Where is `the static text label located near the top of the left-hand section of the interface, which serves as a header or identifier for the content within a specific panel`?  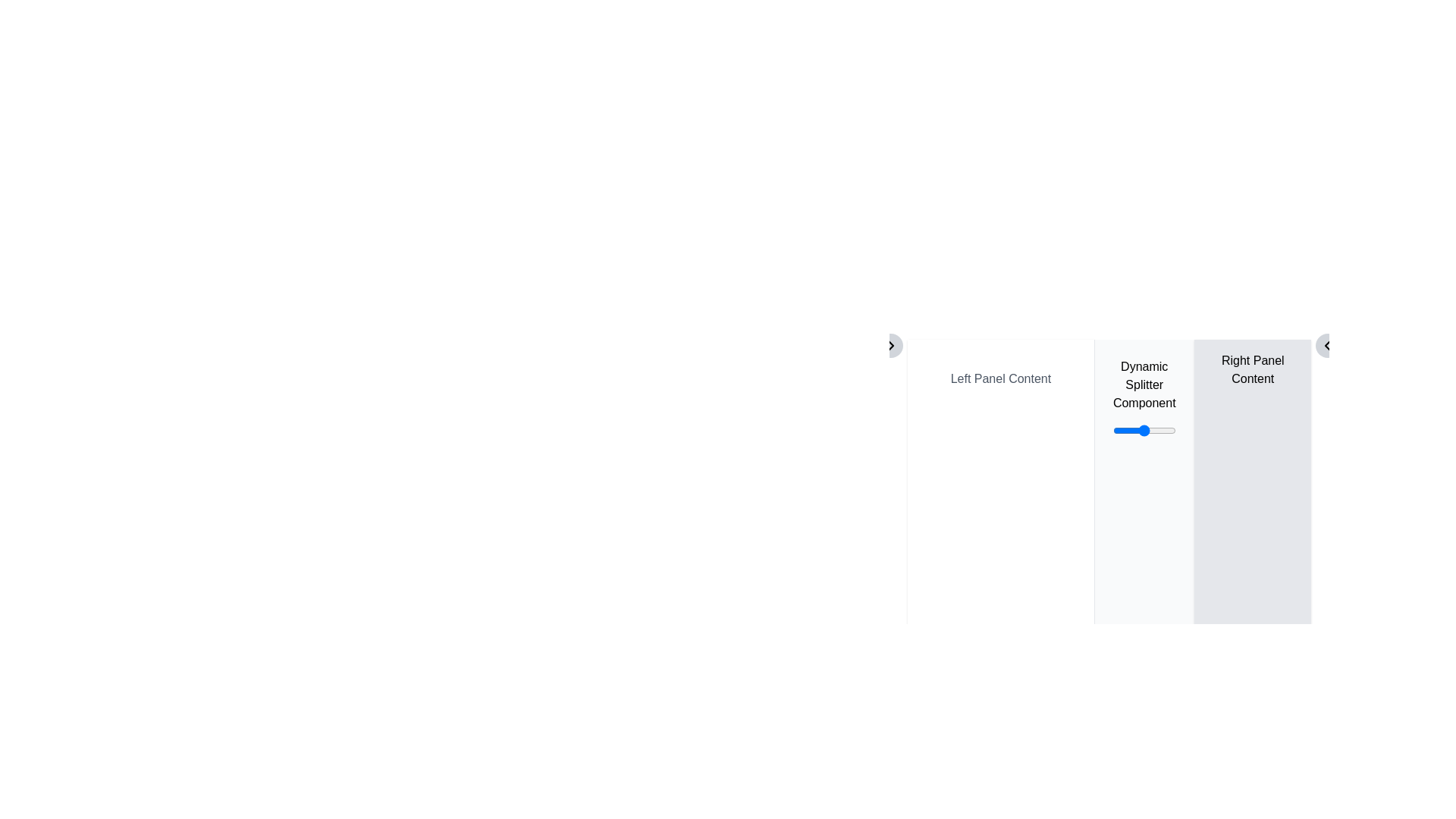
the static text label located near the top of the left-hand section of the interface, which serves as a header or identifier for the content within a specific panel is located at coordinates (1001, 378).